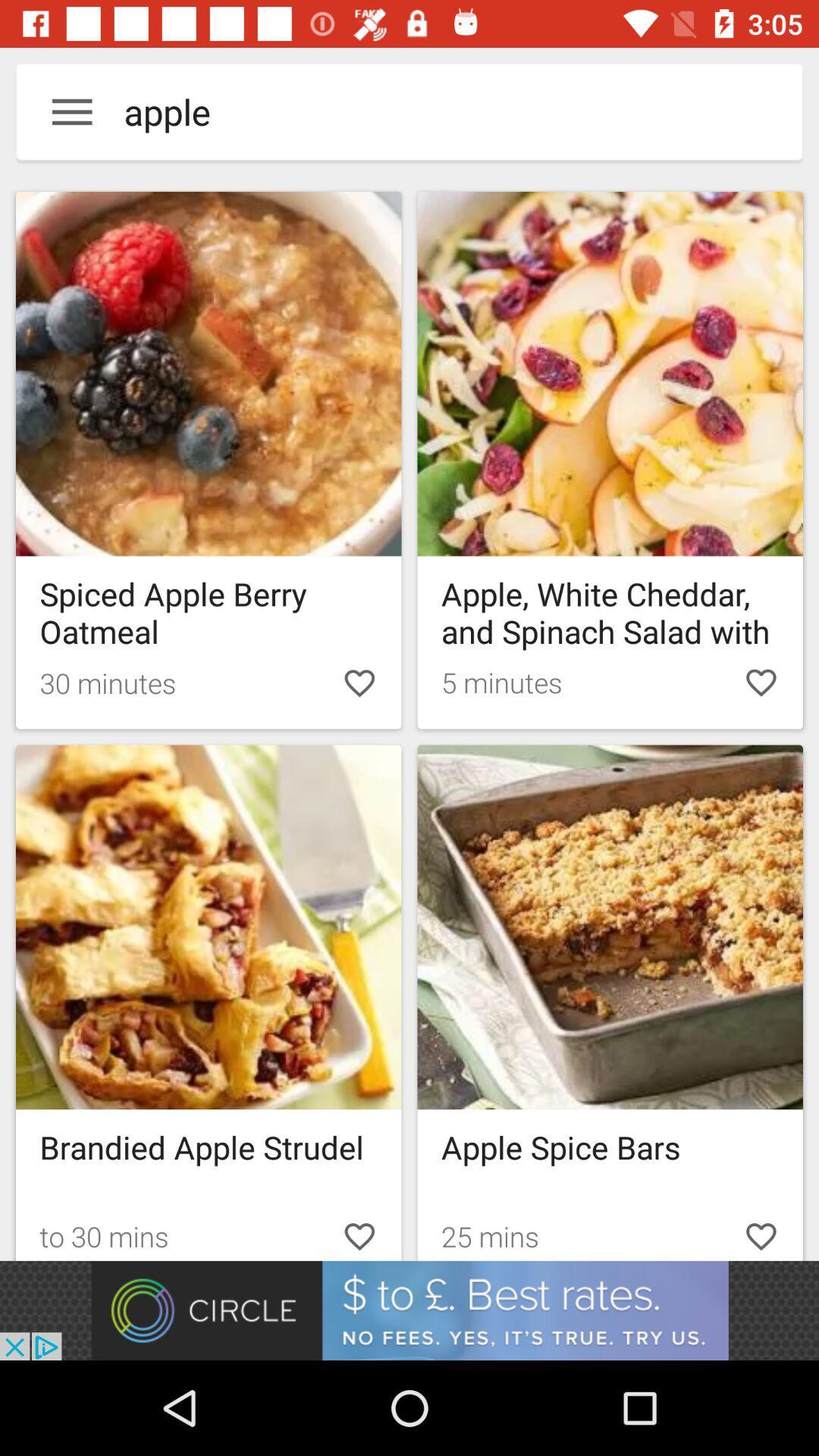 The width and height of the screenshot is (819, 1456). Describe the element at coordinates (610, 927) in the screenshot. I see `fourth image` at that location.